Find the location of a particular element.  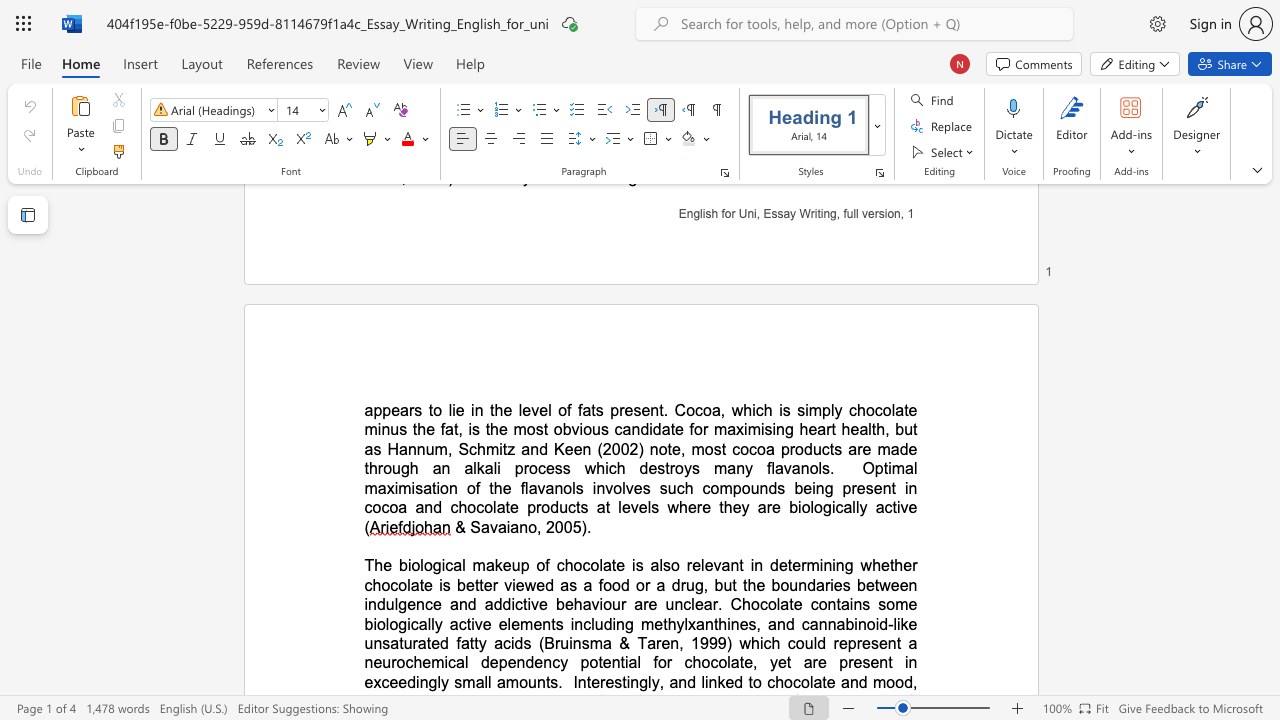

the subset text "esent" within the text "a neurochemical dependency potential for chocolate, yet are present in exceedingly small amounts" is located at coordinates (853, 662).